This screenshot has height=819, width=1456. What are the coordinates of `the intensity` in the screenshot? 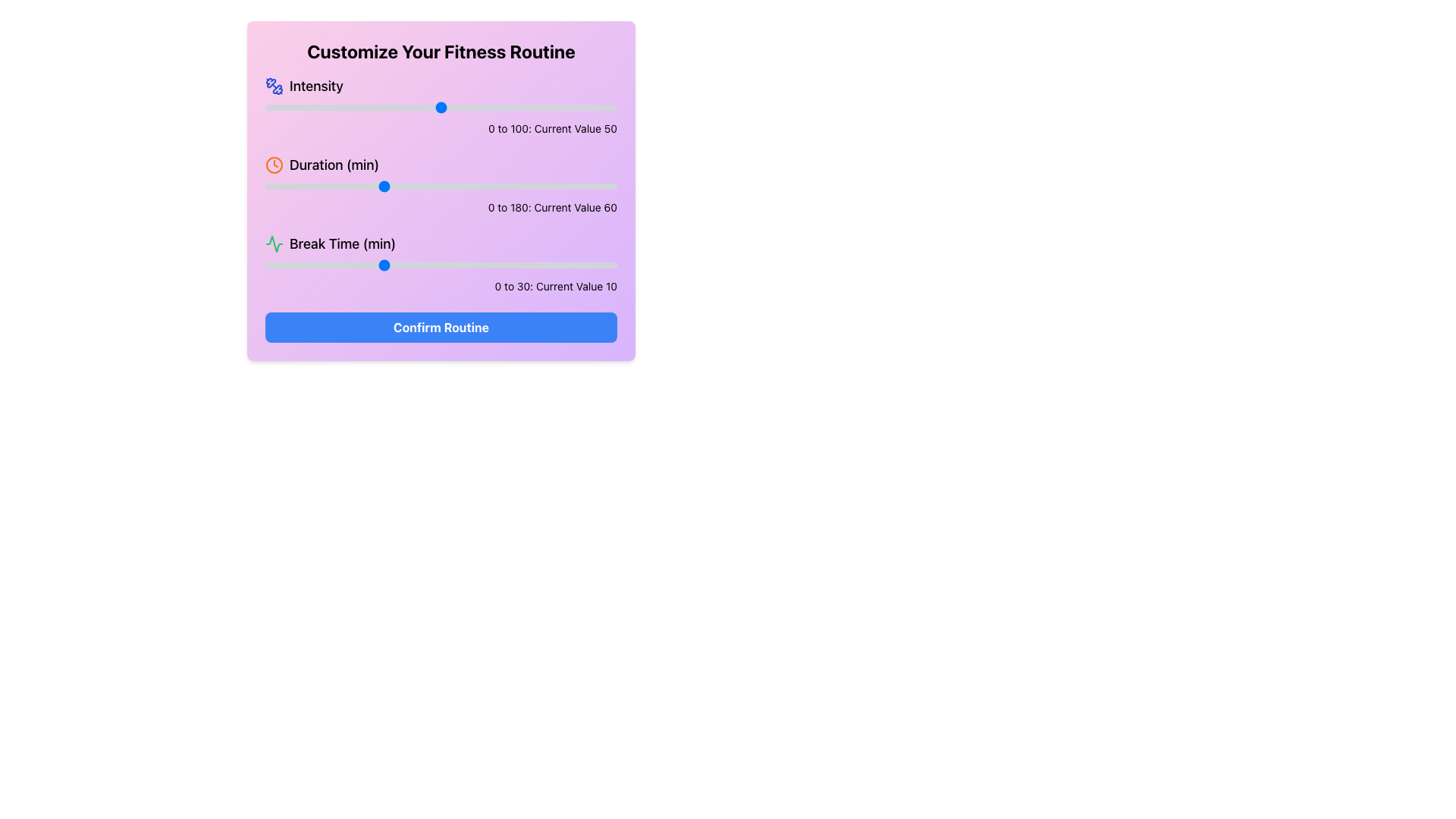 It's located at (392, 107).